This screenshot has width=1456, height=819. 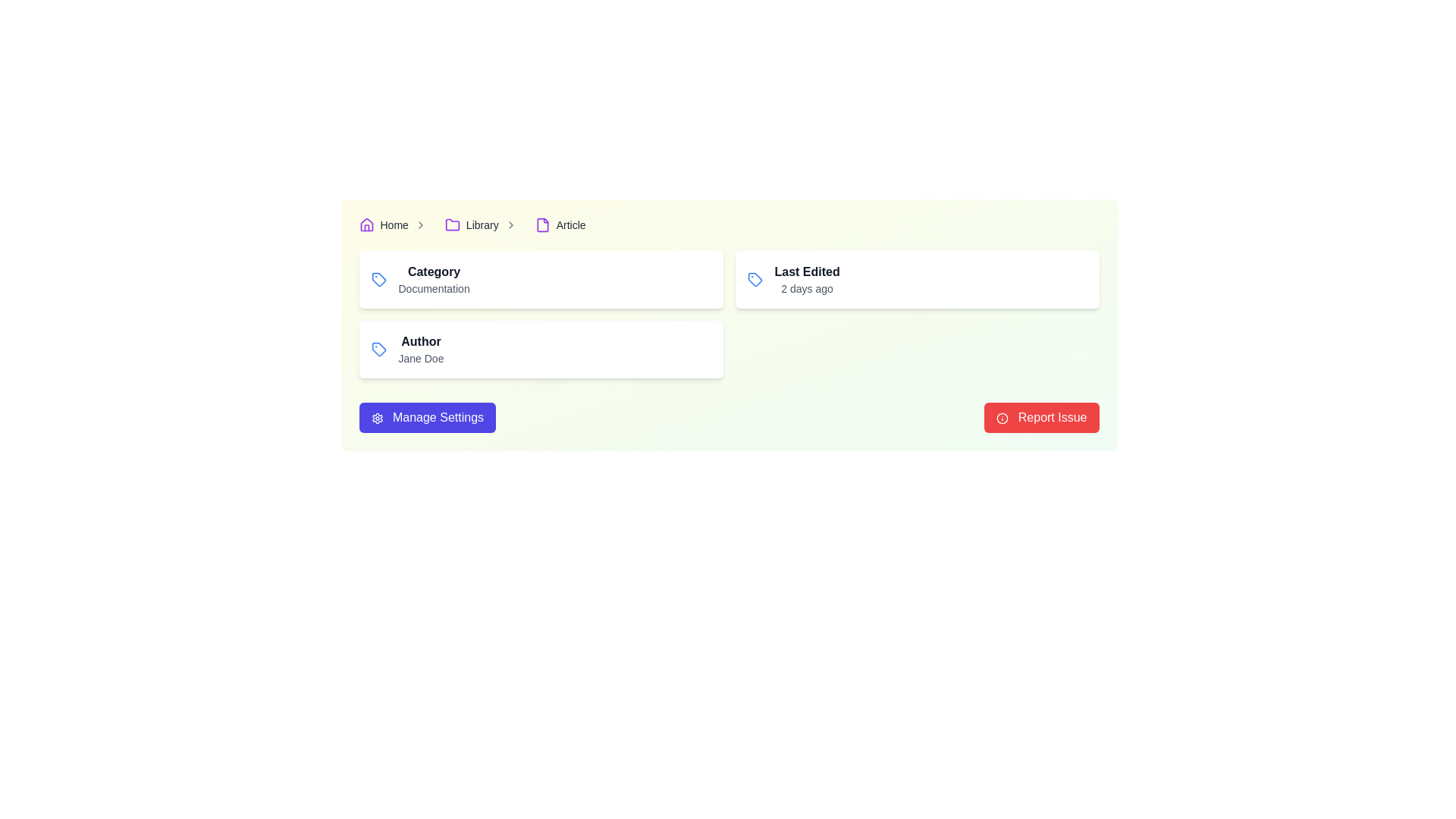 I want to click on the 'Documentation' informational card located in the top-left section of the grid layout, so click(x=541, y=280).